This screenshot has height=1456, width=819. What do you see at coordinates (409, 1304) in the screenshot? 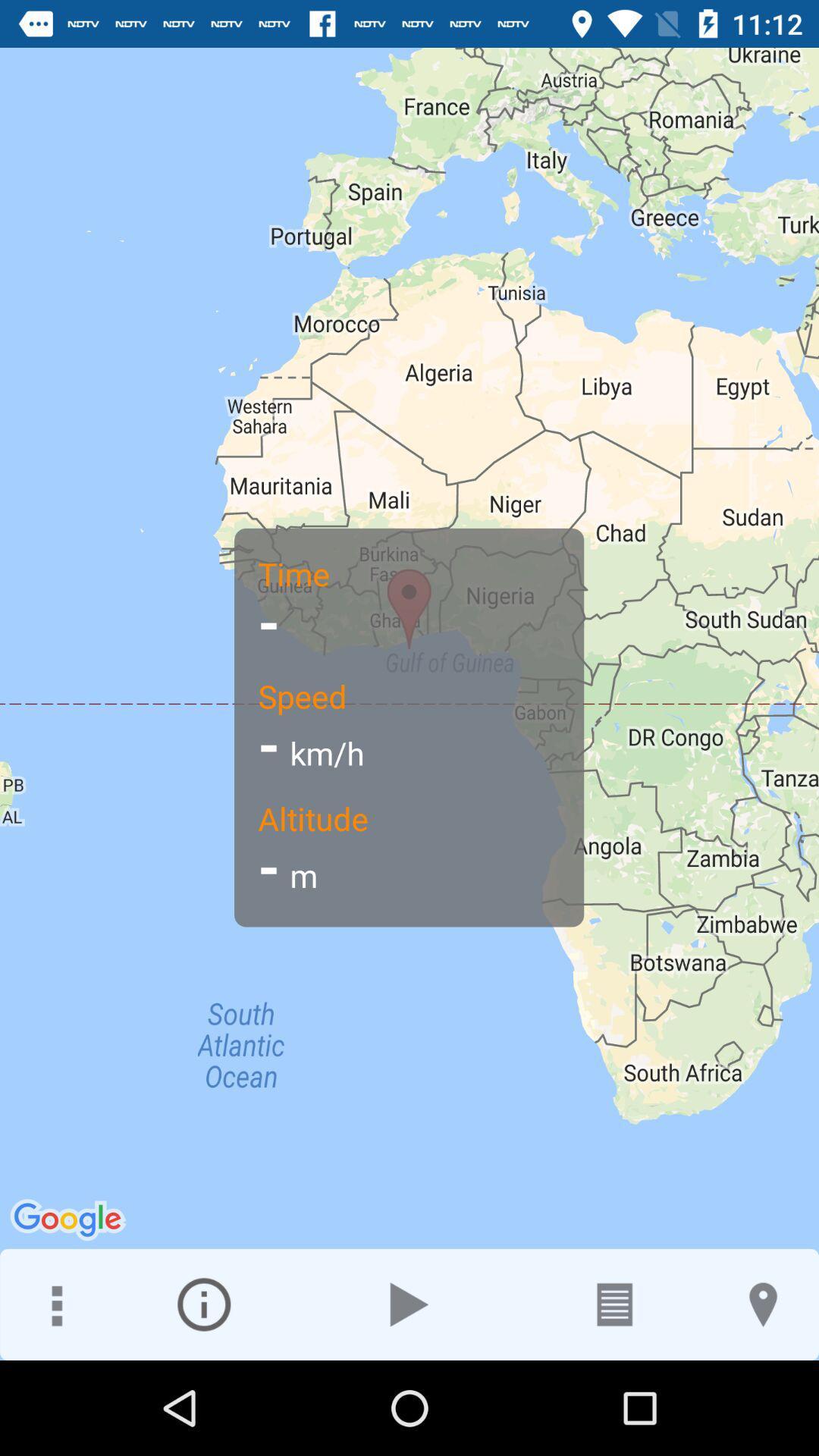
I see `the play icon` at bounding box center [409, 1304].